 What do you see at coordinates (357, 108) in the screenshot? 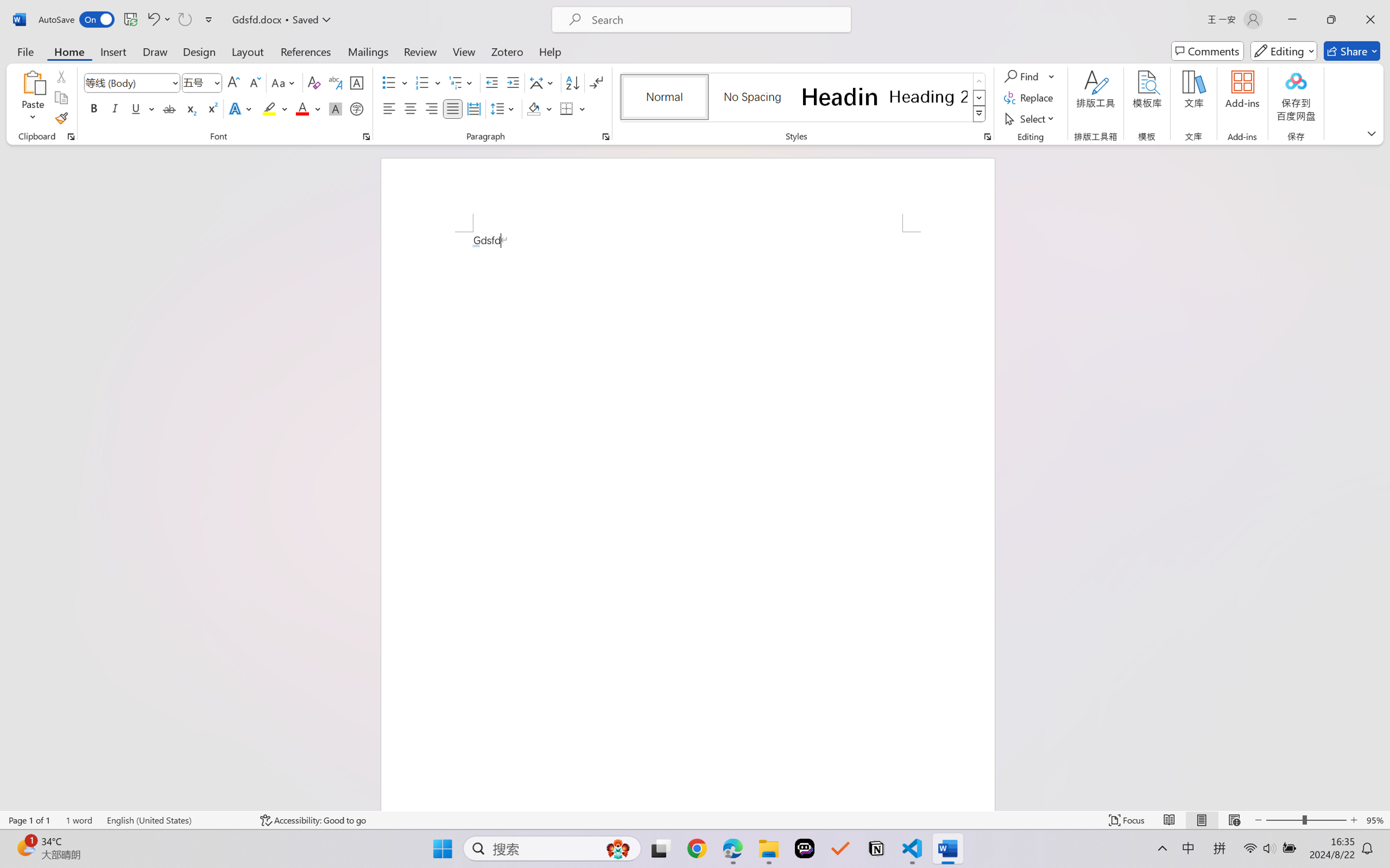
I see `'Enclose Characters...'` at bounding box center [357, 108].